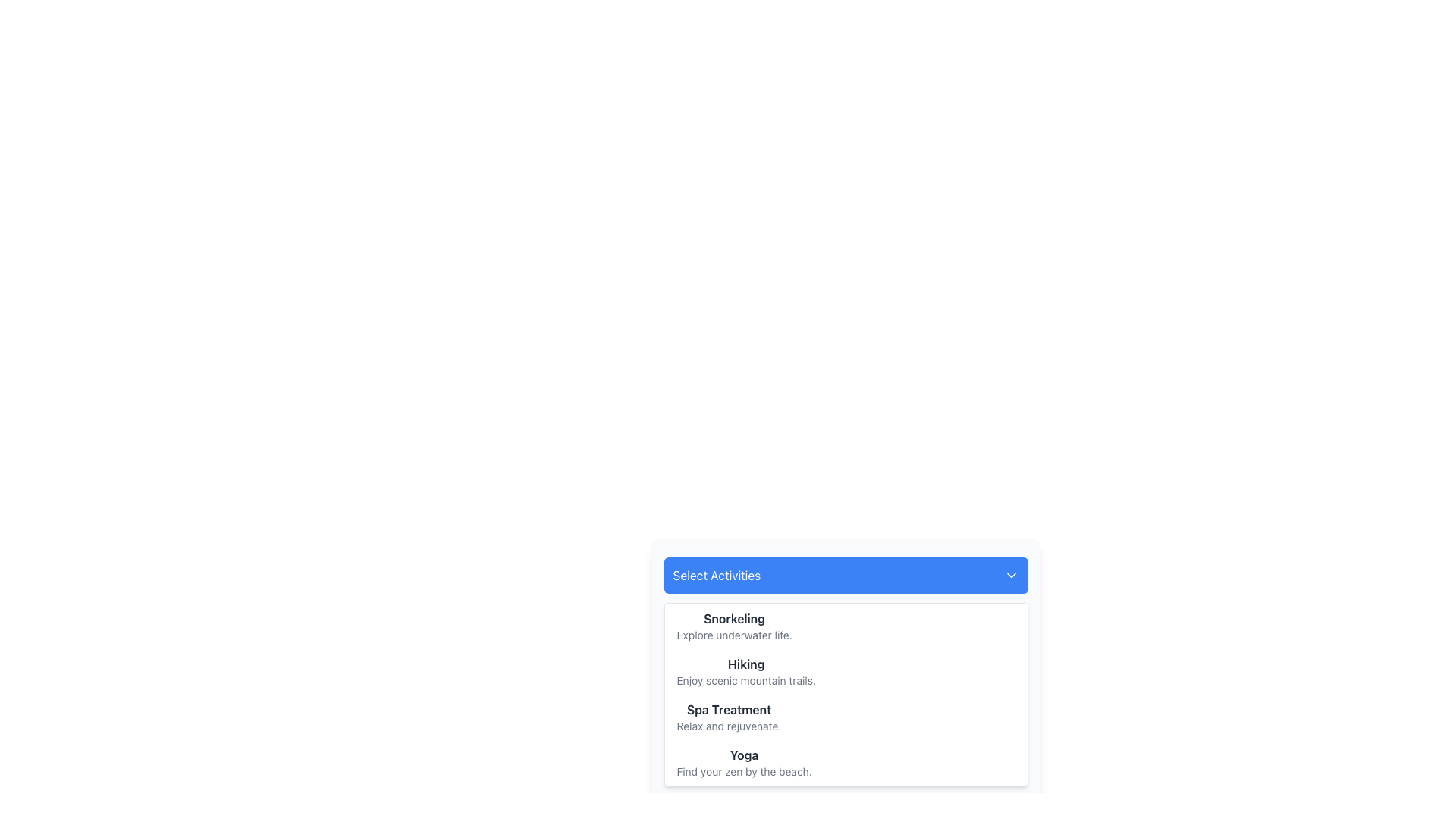 This screenshot has height=819, width=1456. What do you see at coordinates (845, 717) in the screenshot?
I see `the 'Spa Treatment' menu item in the selectable activities list` at bounding box center [845, 717].